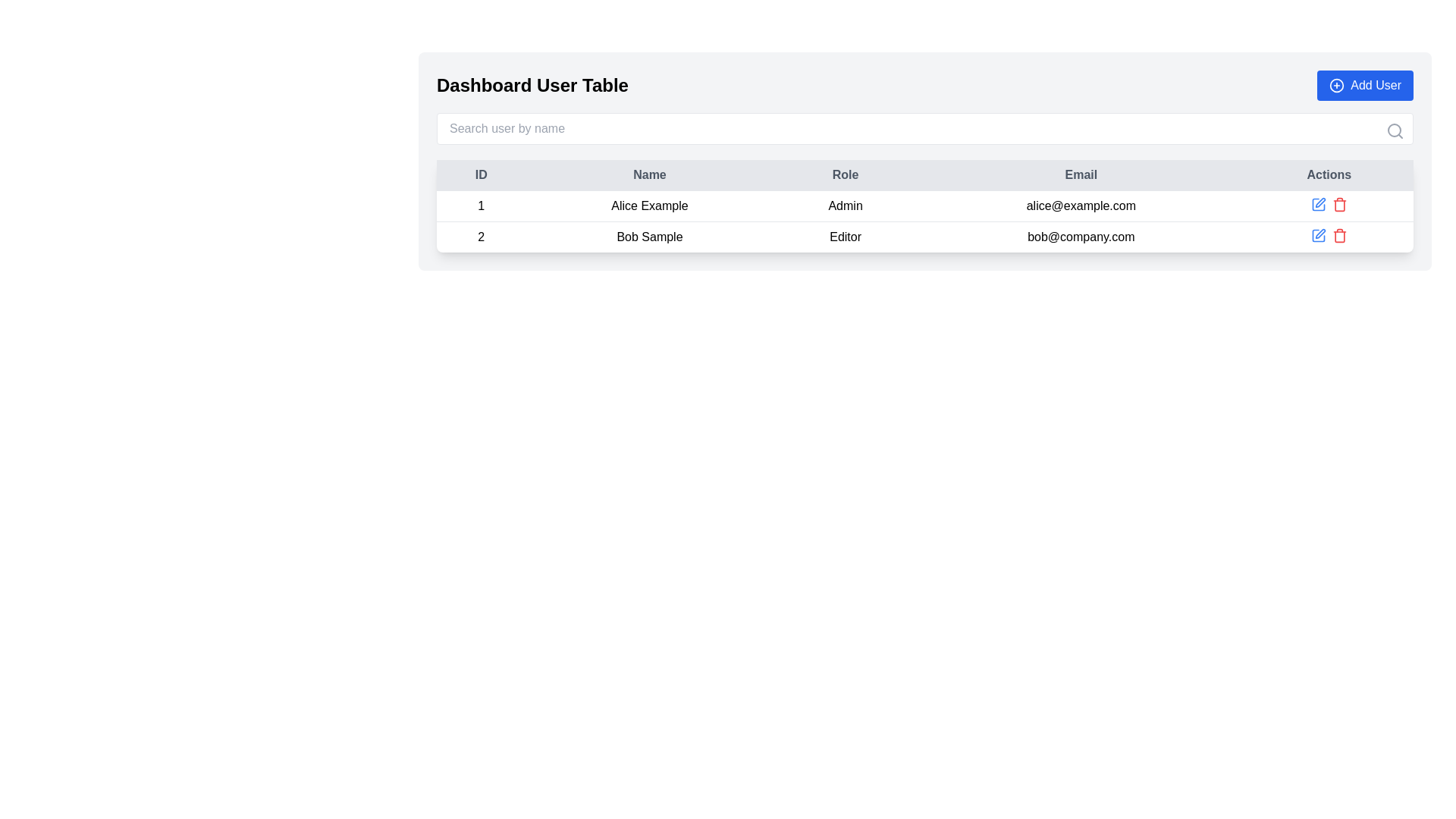 The image size is (1456, 819). What do you see at coordinates (649, 174) in the screenshot?
I see `the 'Name' text label, which is a bold header in the second cell of a table, indicating the user names column` at bounding box center [649, 174].